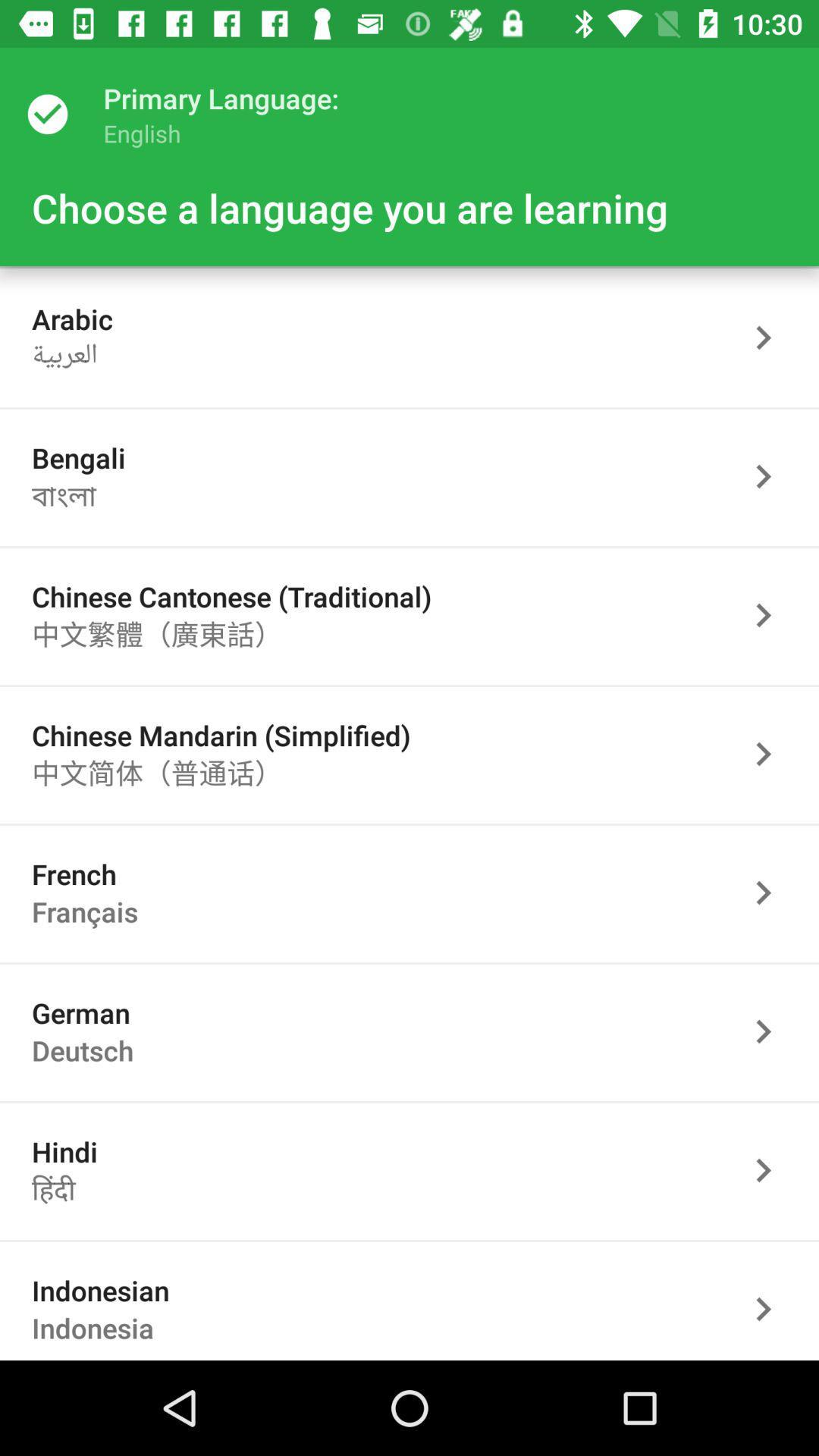 The width and height of the screenshot is (819, 1456). Describe the element at coordinates (771, 615) in the screenshot. I see `go forward` at that location.